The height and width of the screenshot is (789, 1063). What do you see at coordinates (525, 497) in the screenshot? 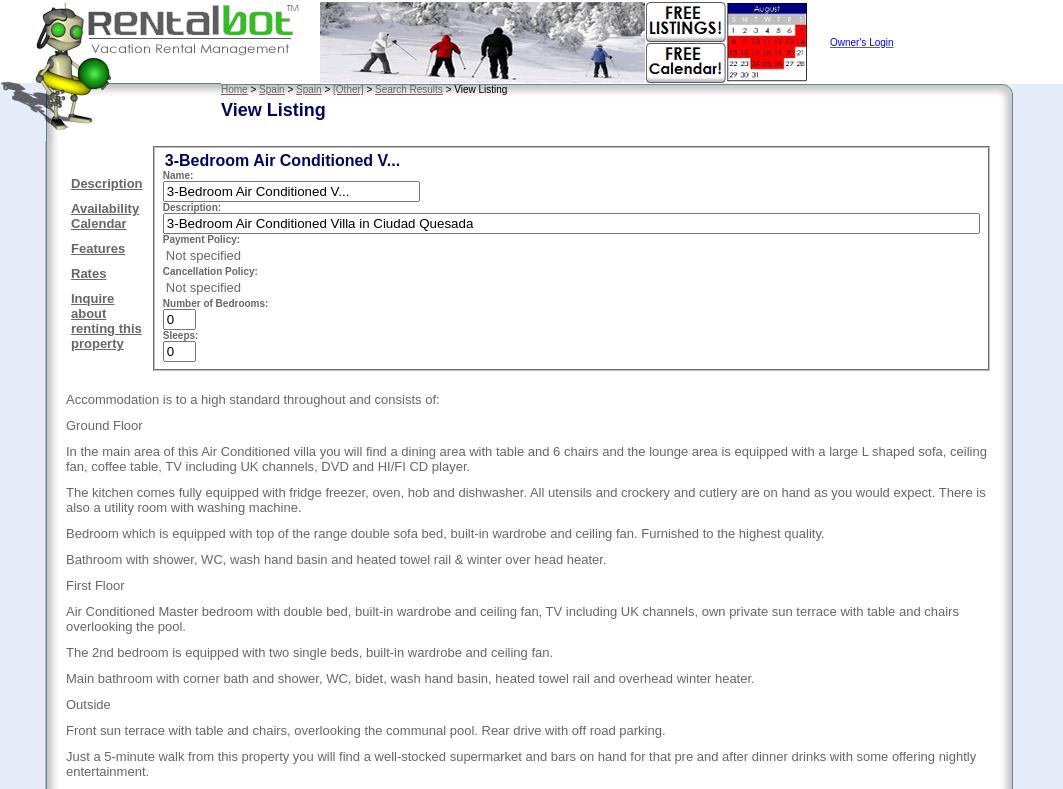
I see `'The kitchen comes fully equipped with fridge freezer, oven, hob and dishwasher. All utensils and crockery and cutlery are on hand as you would expect. There is also a utility room with washing machine.'` at bounding box center [525, 497].